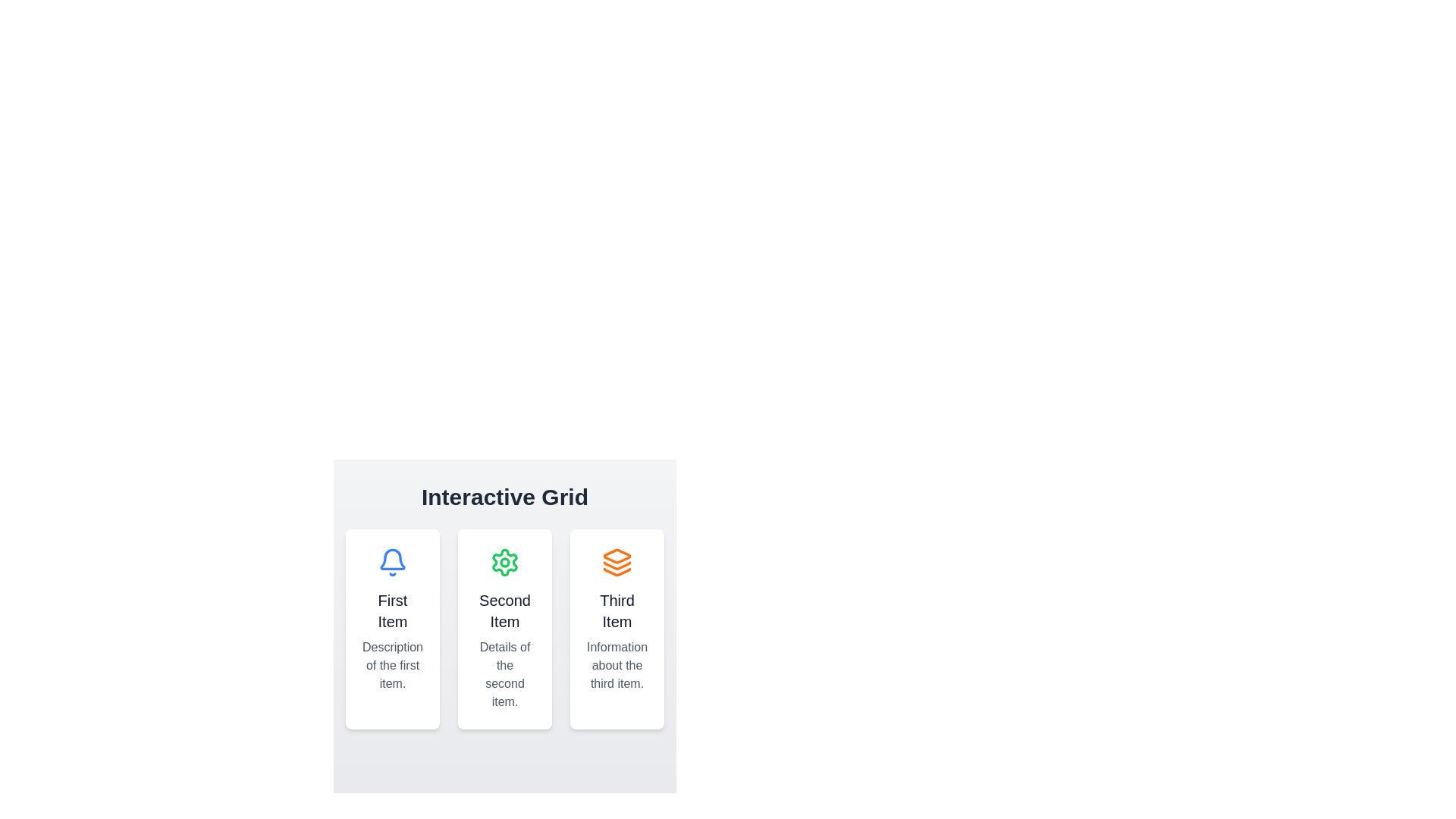  I want to click on the text label displaying 'Description of the first item.' located below the title 'First Item' within the card for 'First Item', so click(393, 665).